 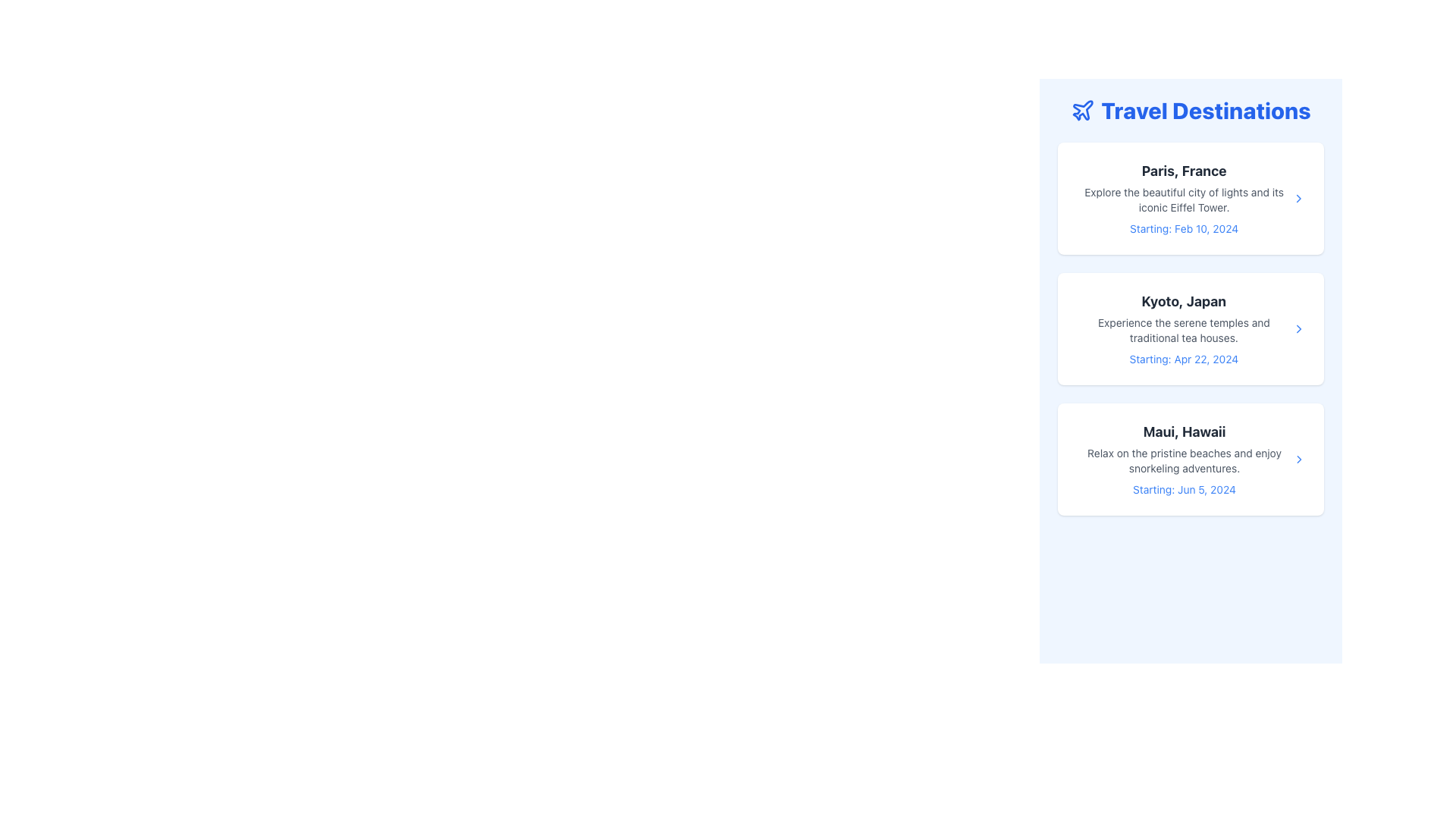 I want to click on the right-pointing chevron icon in the second travel destination card labeled 'Kyoto, Japan', so click(x=1298, y=328).